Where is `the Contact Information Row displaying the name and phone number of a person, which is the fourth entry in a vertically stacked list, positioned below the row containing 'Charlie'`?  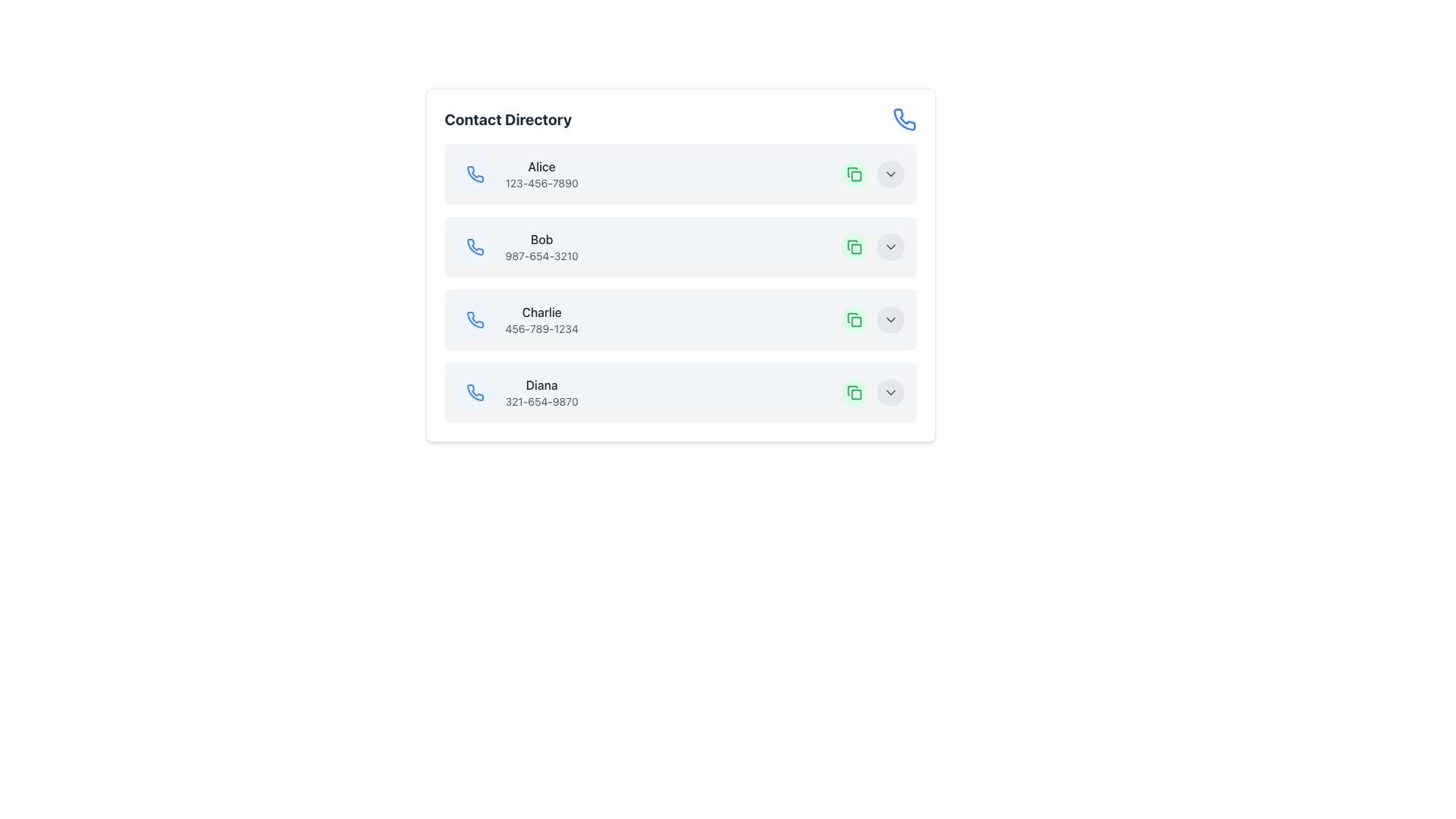
the Contact Information Row displaying the name and phone number of a person, which is the fourth entry in a vertically stacked list, positioned below the row containing 'Charlie' is located at coordinates (517, 391).